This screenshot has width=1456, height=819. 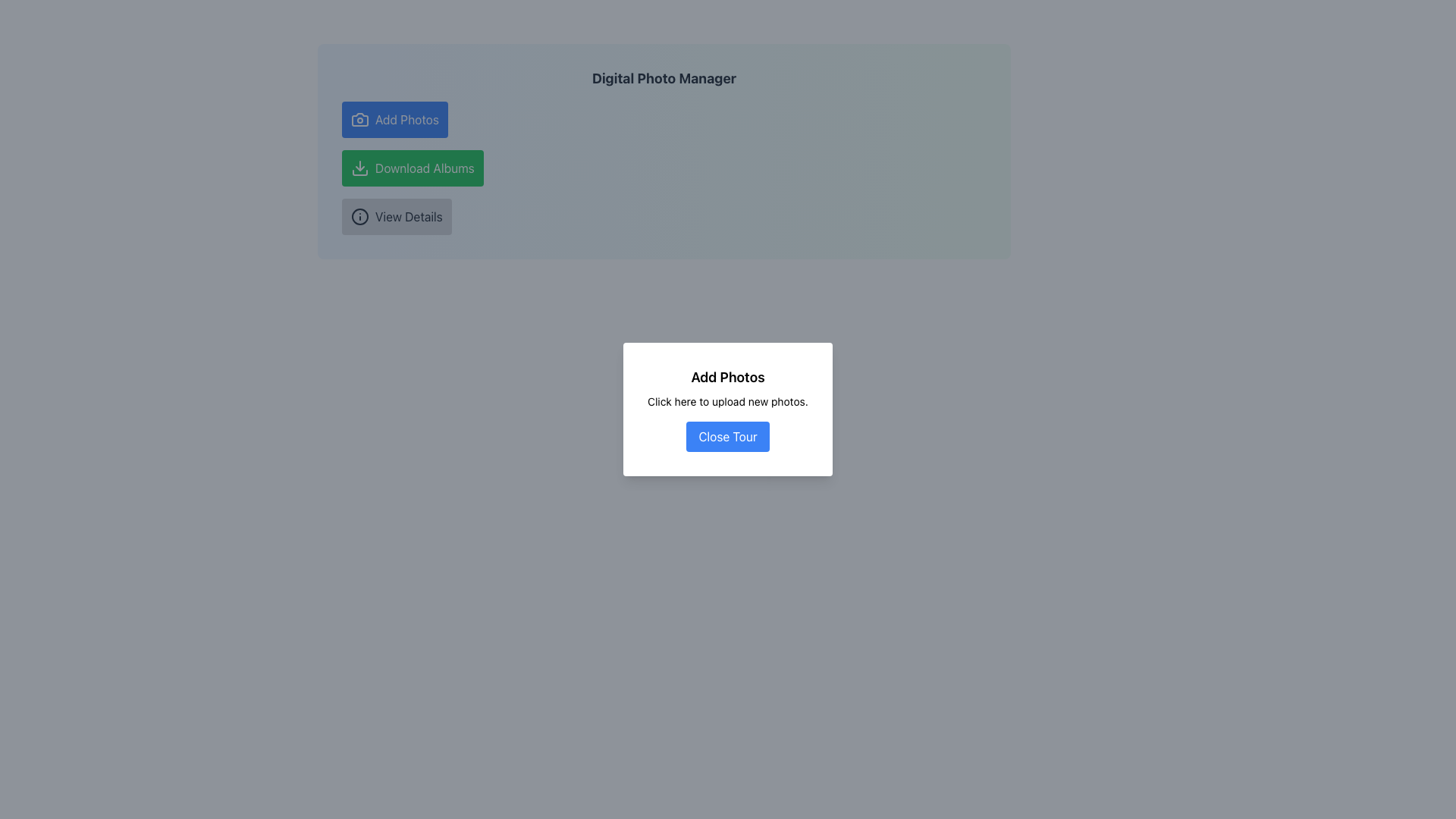 What do you see at coordinates (359, 119) in the screenshot?
I see `the icon representing the 'Add Photos' action, located to the left of the 'Add Photos' text` at bounding box center [359, 119].